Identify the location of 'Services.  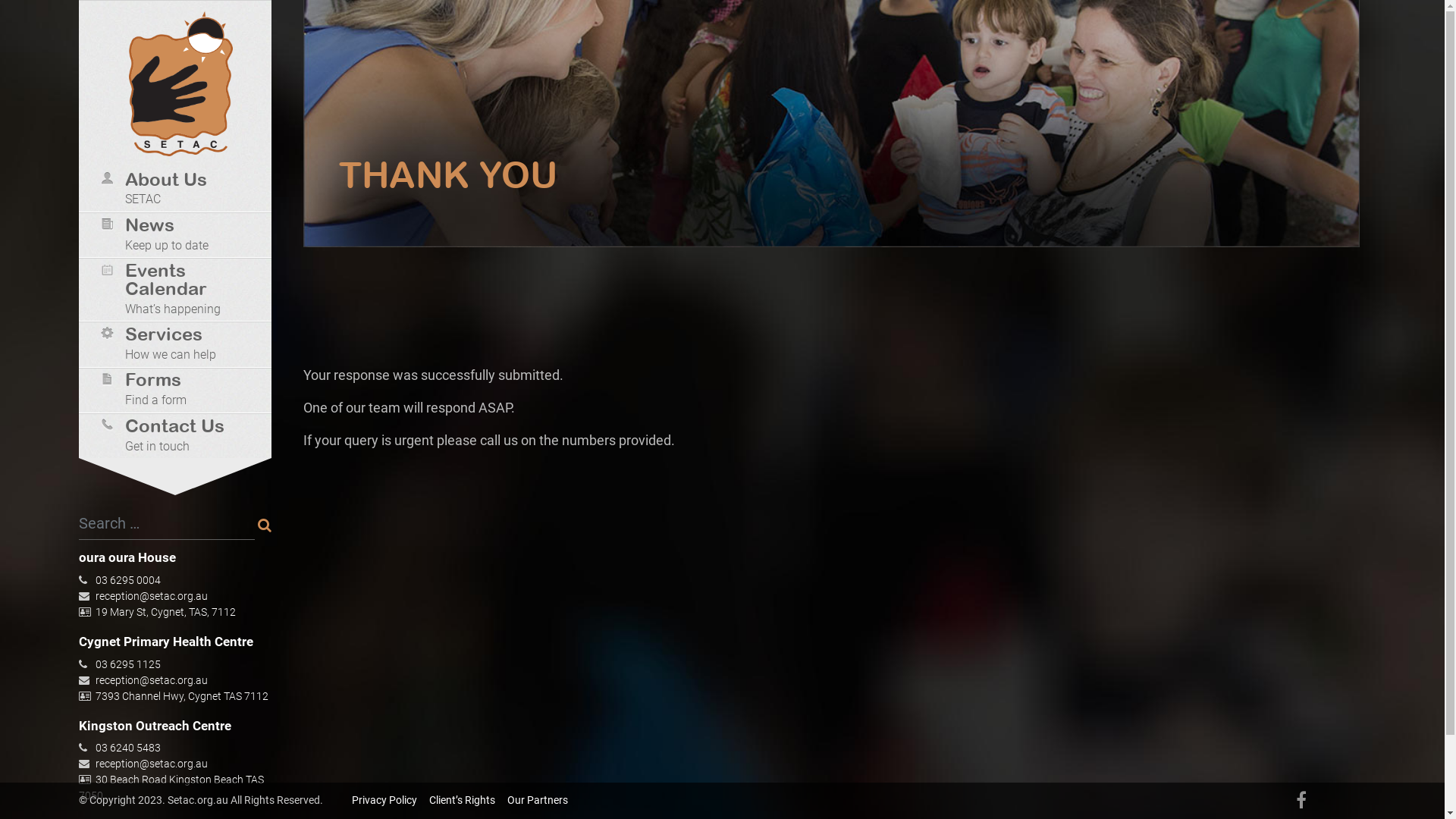
(97, 345).